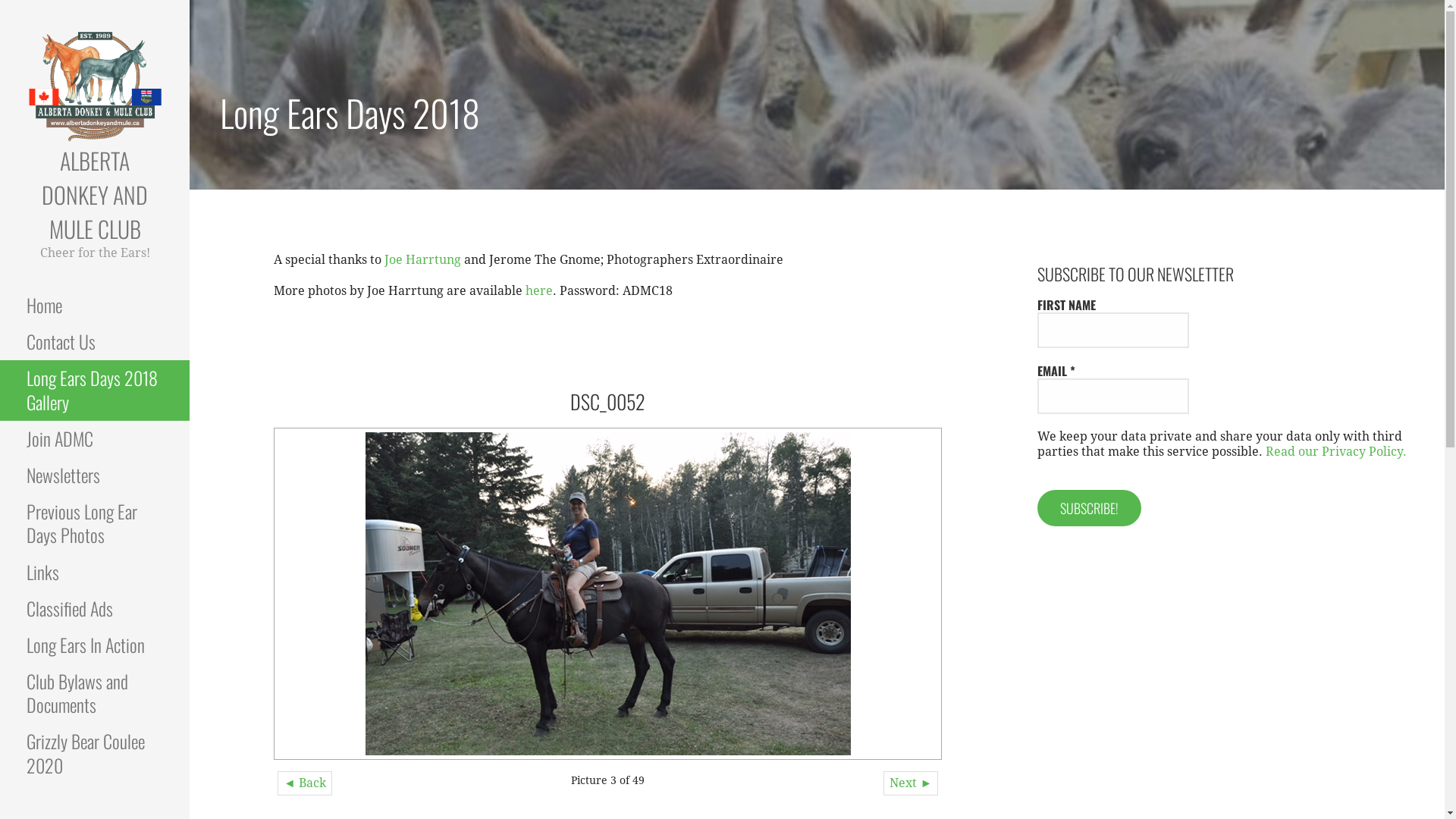 The height and width of the screenshot is (819, 1456). I want to click on 'Long Ears In Action', so click(93, 645).